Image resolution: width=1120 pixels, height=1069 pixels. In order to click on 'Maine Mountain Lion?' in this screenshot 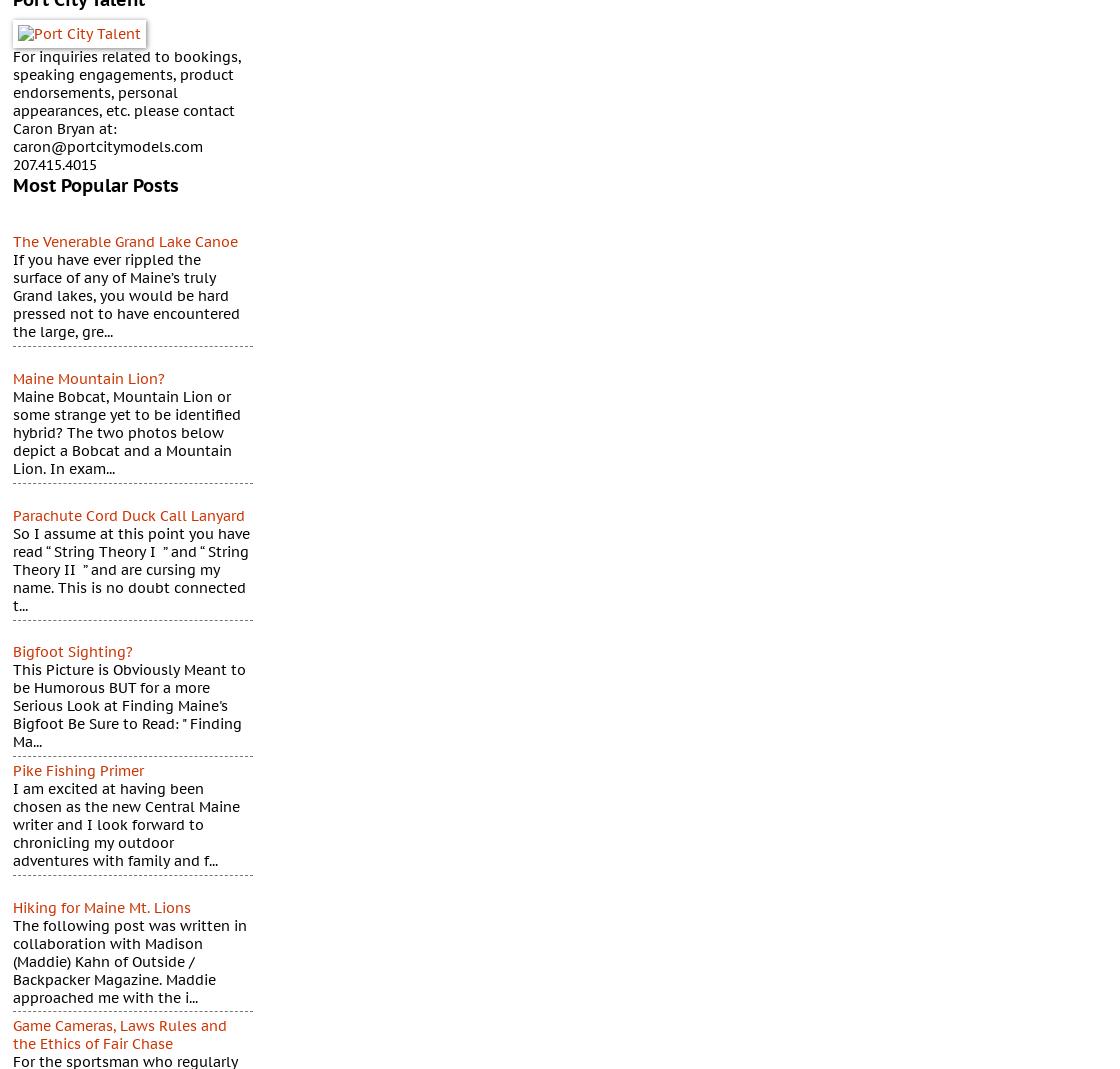, I will do `click(89, 378)`.